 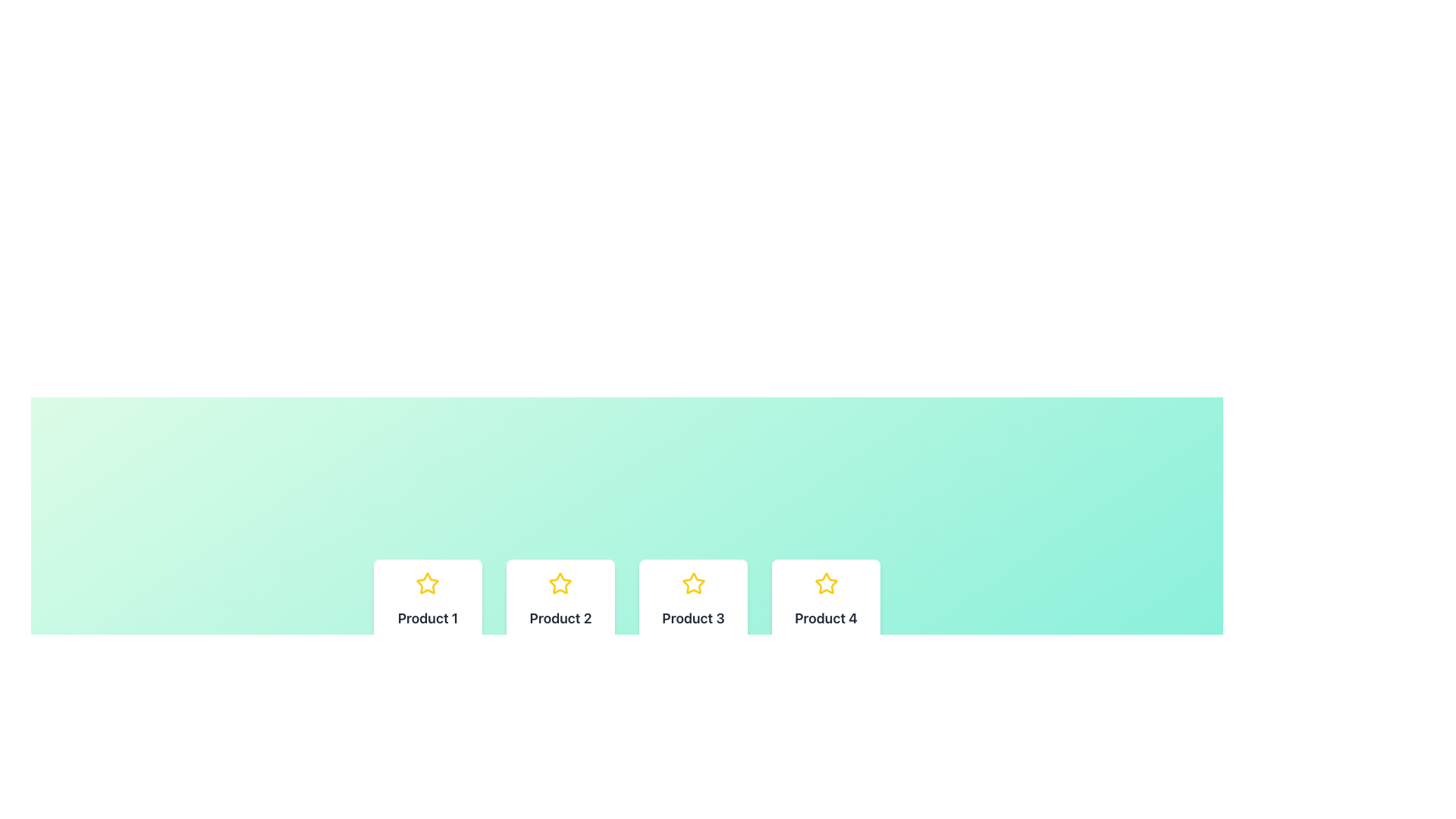 What do you see at coordinates (825, 619) in the screenshot?
I see `the text label displaying 'Product 4' at the bottom of the card to trigger tooltips or highlights` at bounding box center [825, 619].